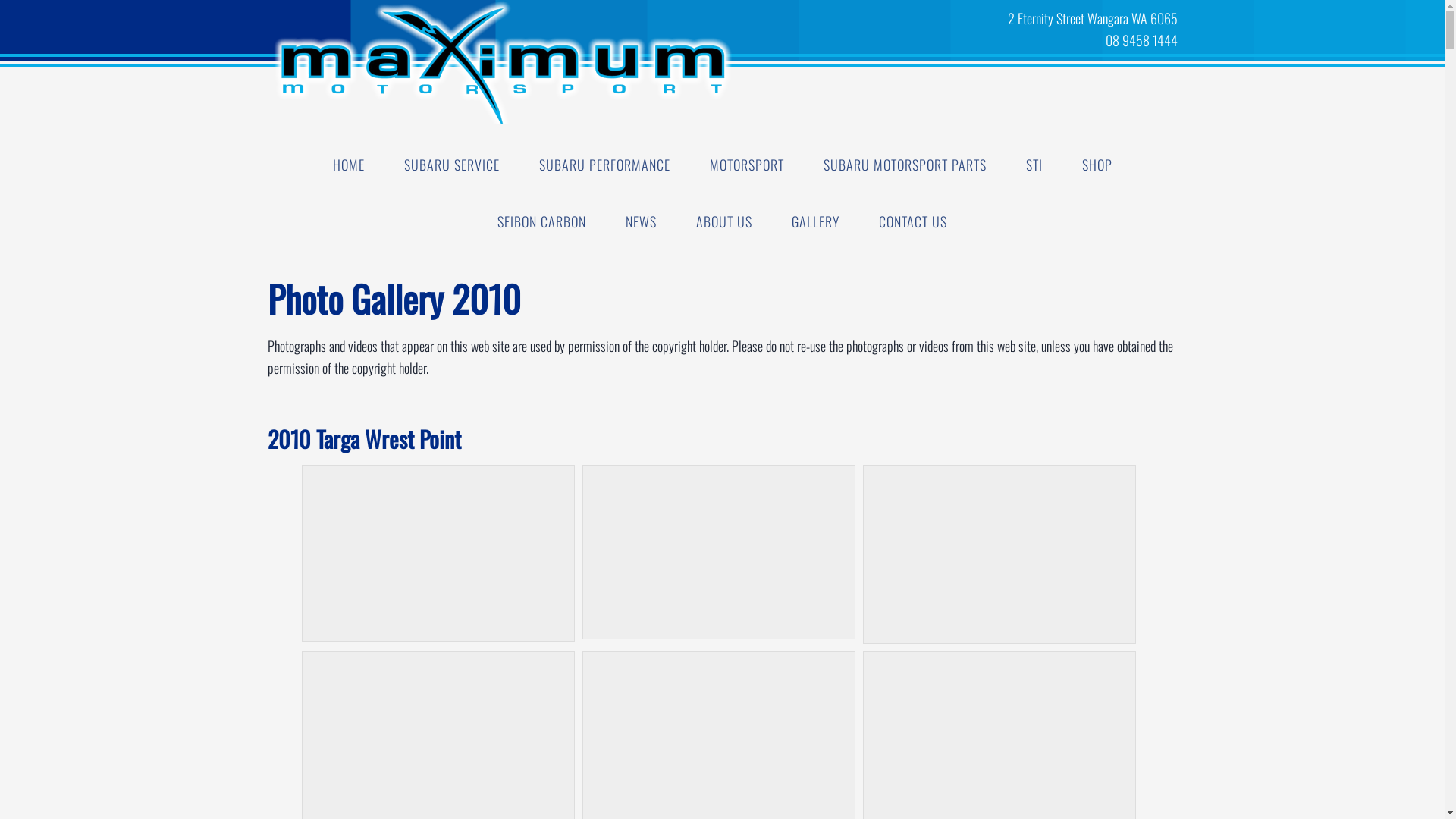  I want to click on 'SEIBON CARBON', so click(541, 221).